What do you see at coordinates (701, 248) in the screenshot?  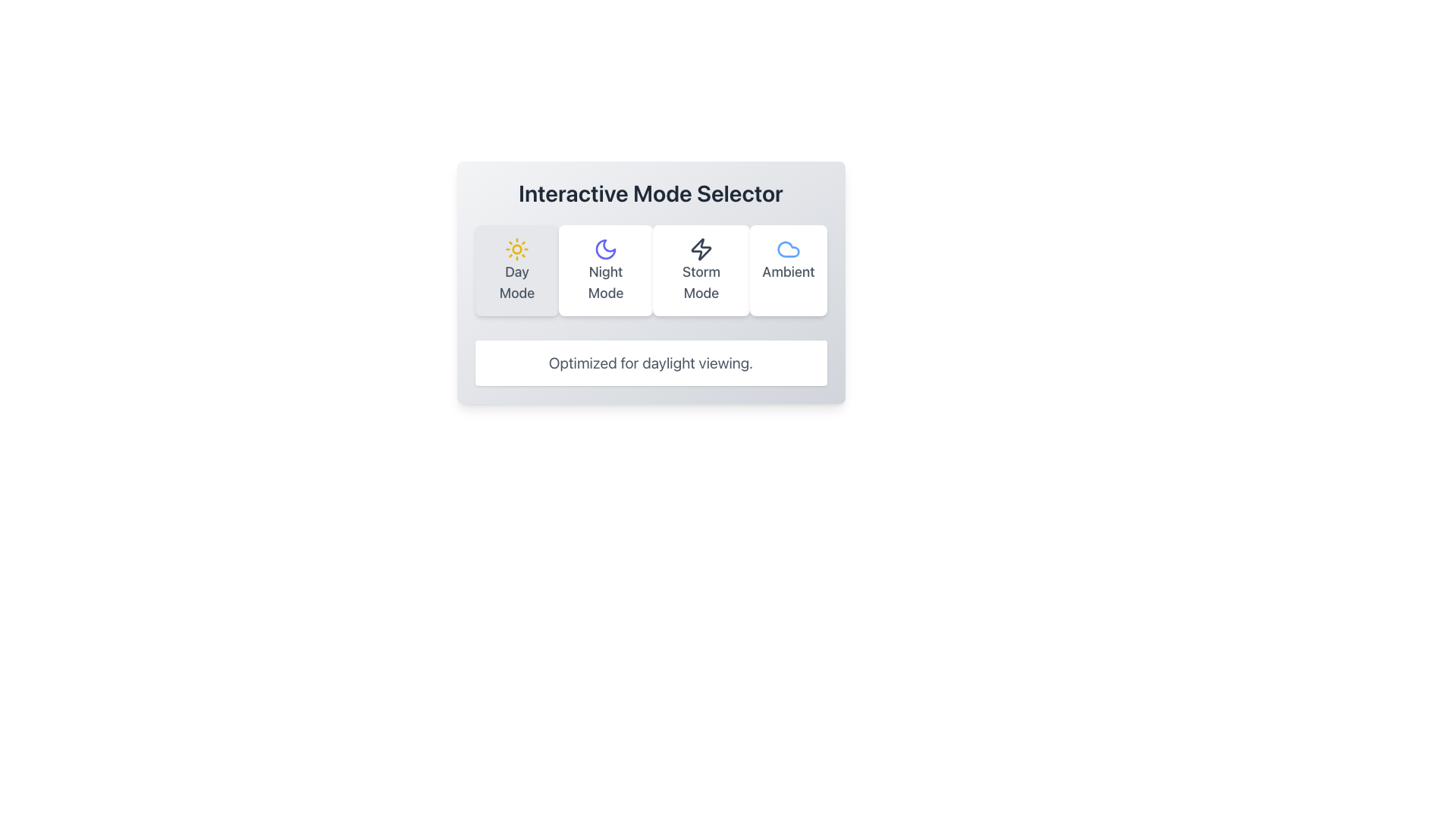 I see `the lightning bolt icon representing the 'Storm Mode' option within the mode selector interface, located in the third position from the left` at bounding box center [701, 248].